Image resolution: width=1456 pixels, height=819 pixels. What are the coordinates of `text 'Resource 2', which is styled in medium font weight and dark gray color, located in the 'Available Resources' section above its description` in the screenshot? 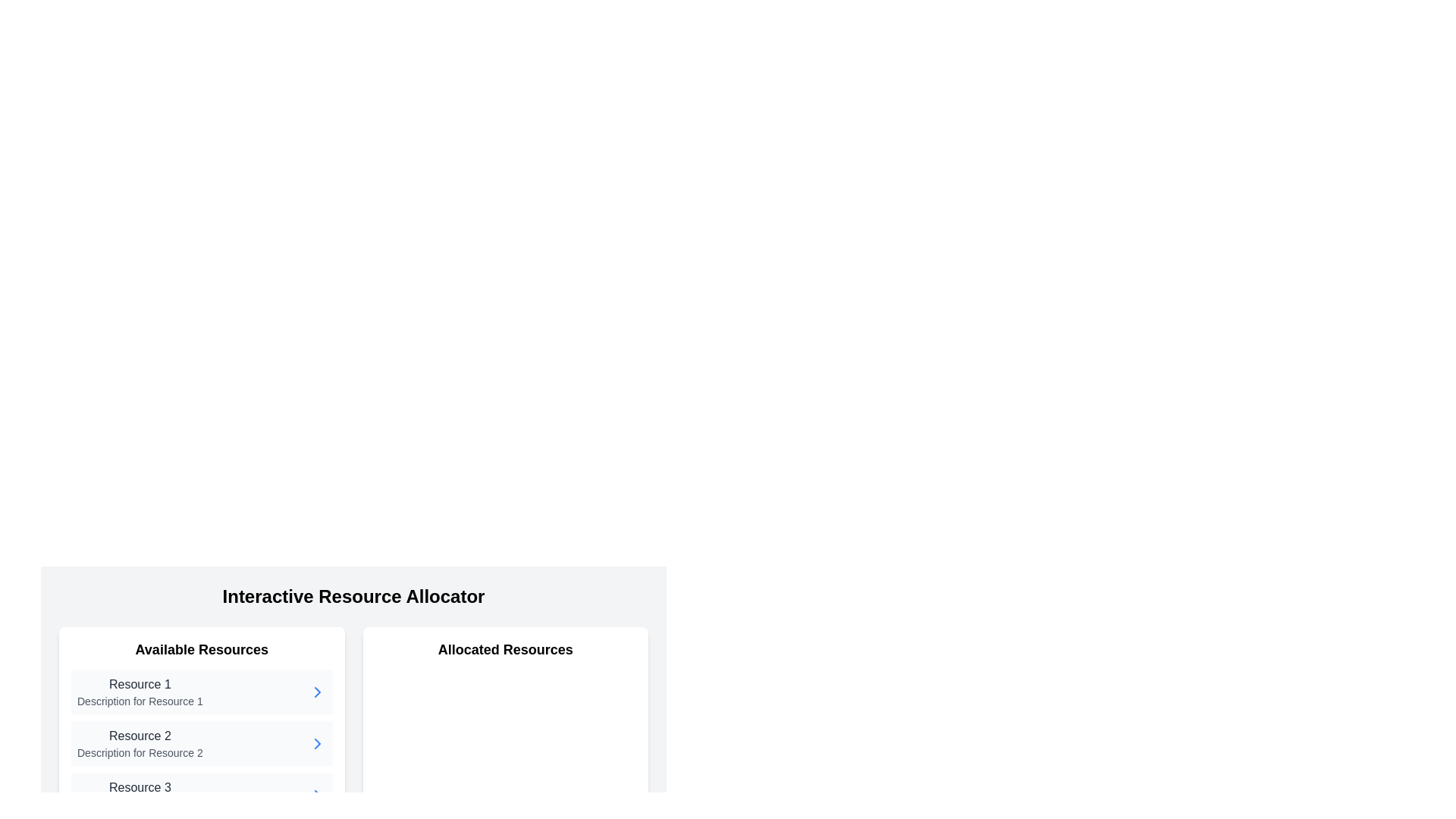 It's located at (140, 736).